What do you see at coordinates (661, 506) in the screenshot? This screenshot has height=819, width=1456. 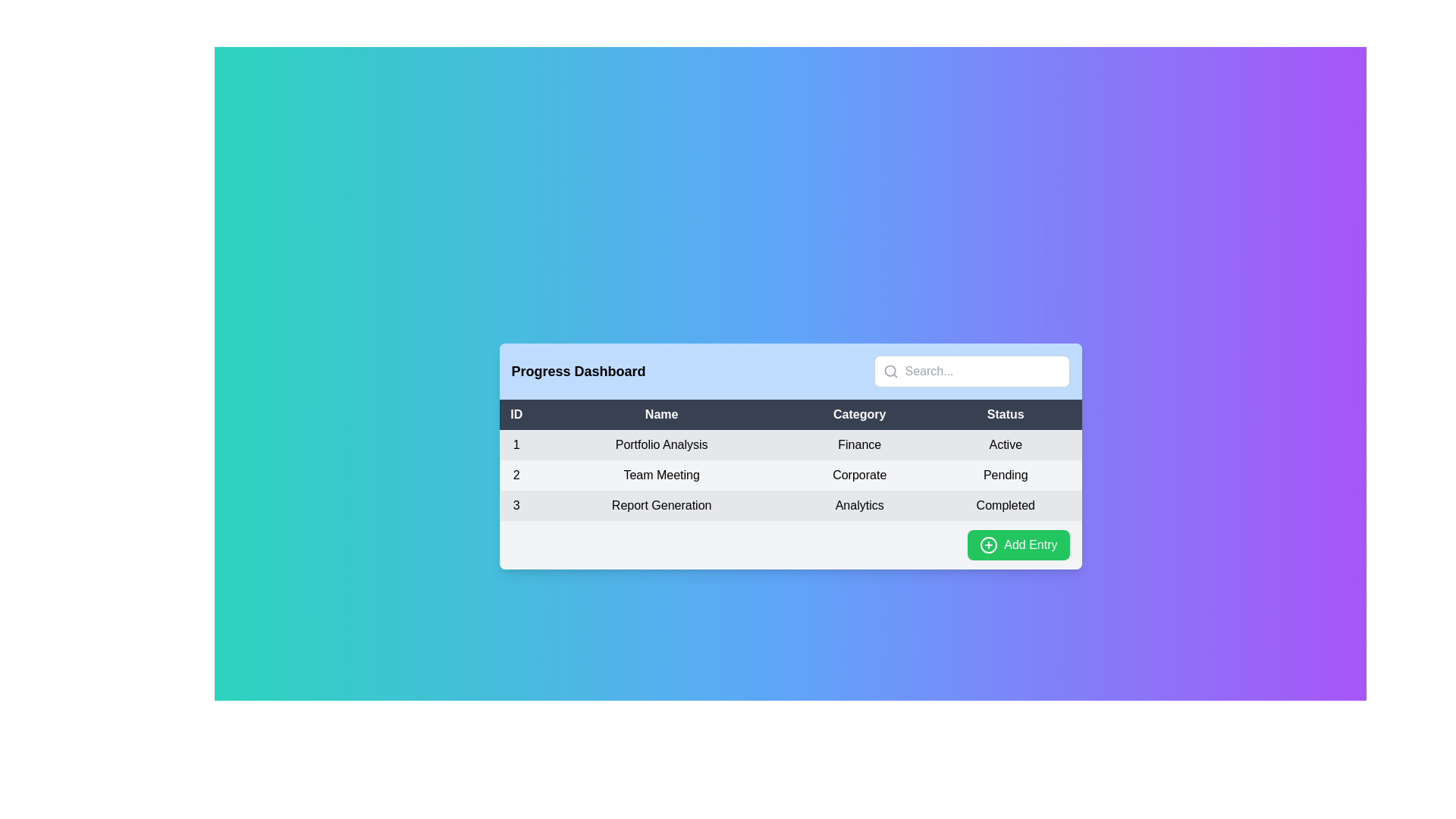 I see `the text label displaying 'Report Generation' in the 'Progress Dashboard' table, which is located in the 'Name' column of the third row` at bounding box center [661, 506].